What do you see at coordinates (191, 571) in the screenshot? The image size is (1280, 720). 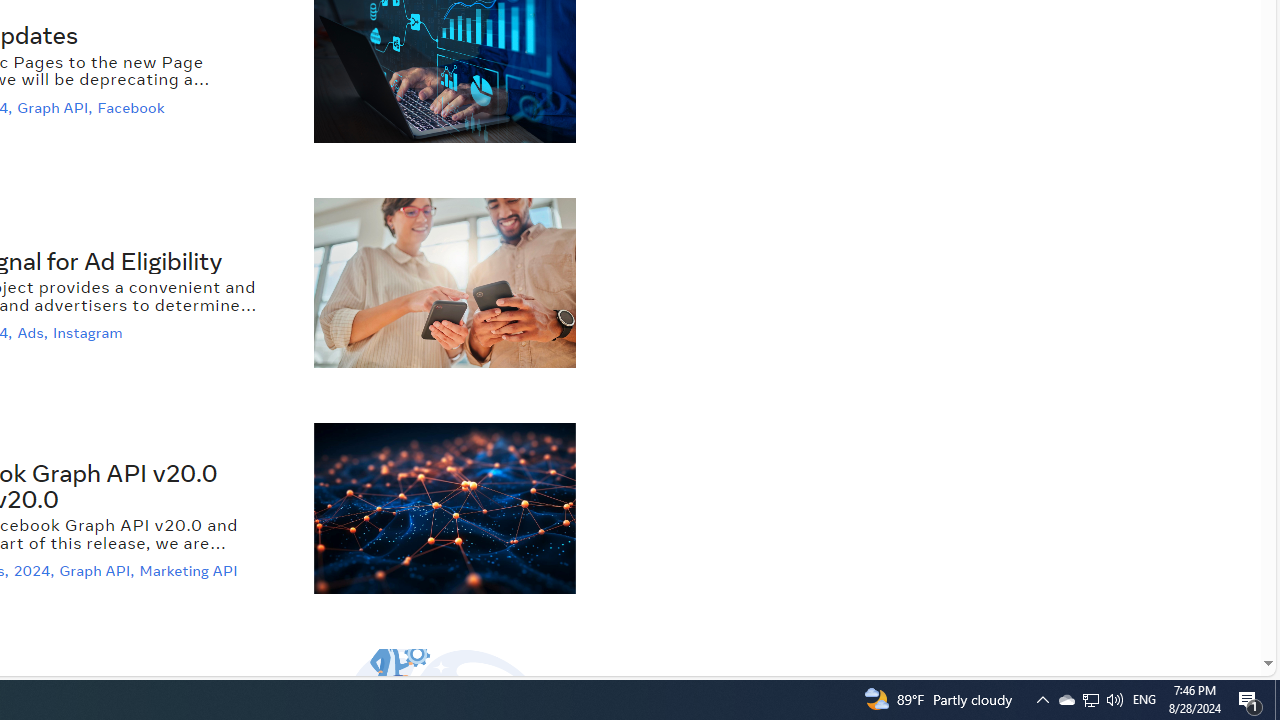 I see `'Marketing API'` at bounding box center [191, 571].